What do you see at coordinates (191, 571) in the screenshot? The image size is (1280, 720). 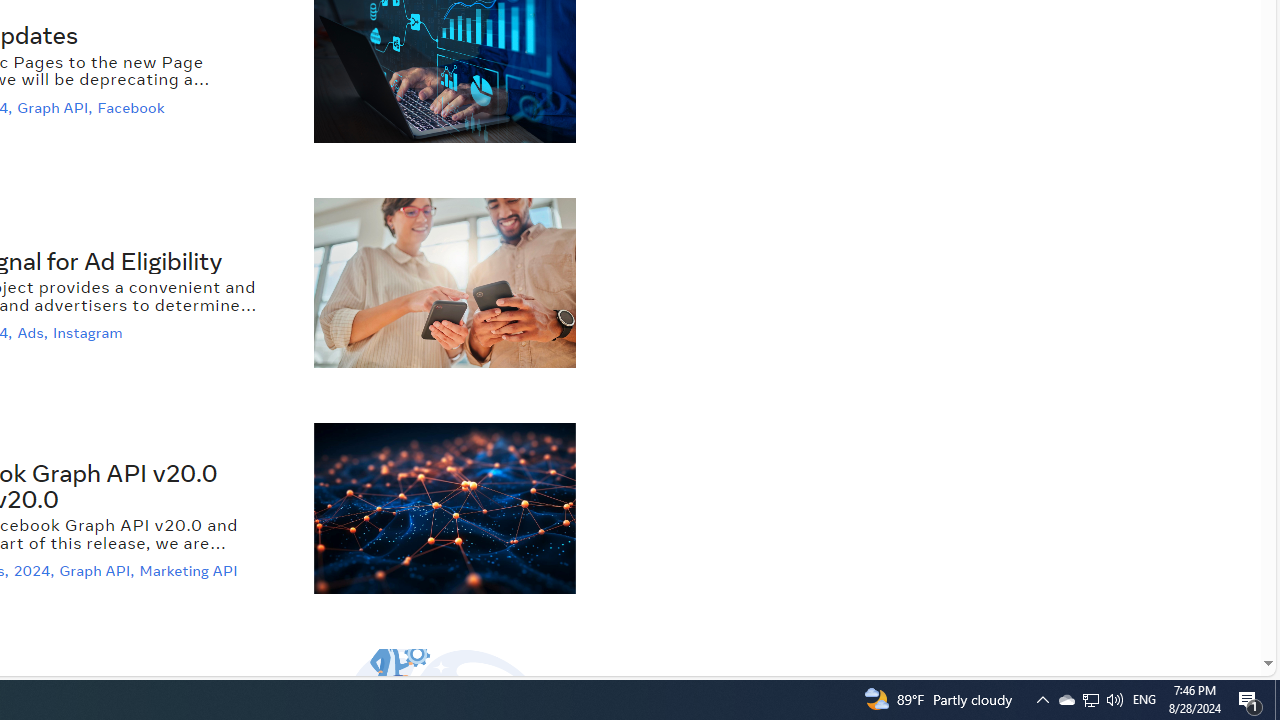 I see `'Marketing API'` at bounding box center [191, 571].